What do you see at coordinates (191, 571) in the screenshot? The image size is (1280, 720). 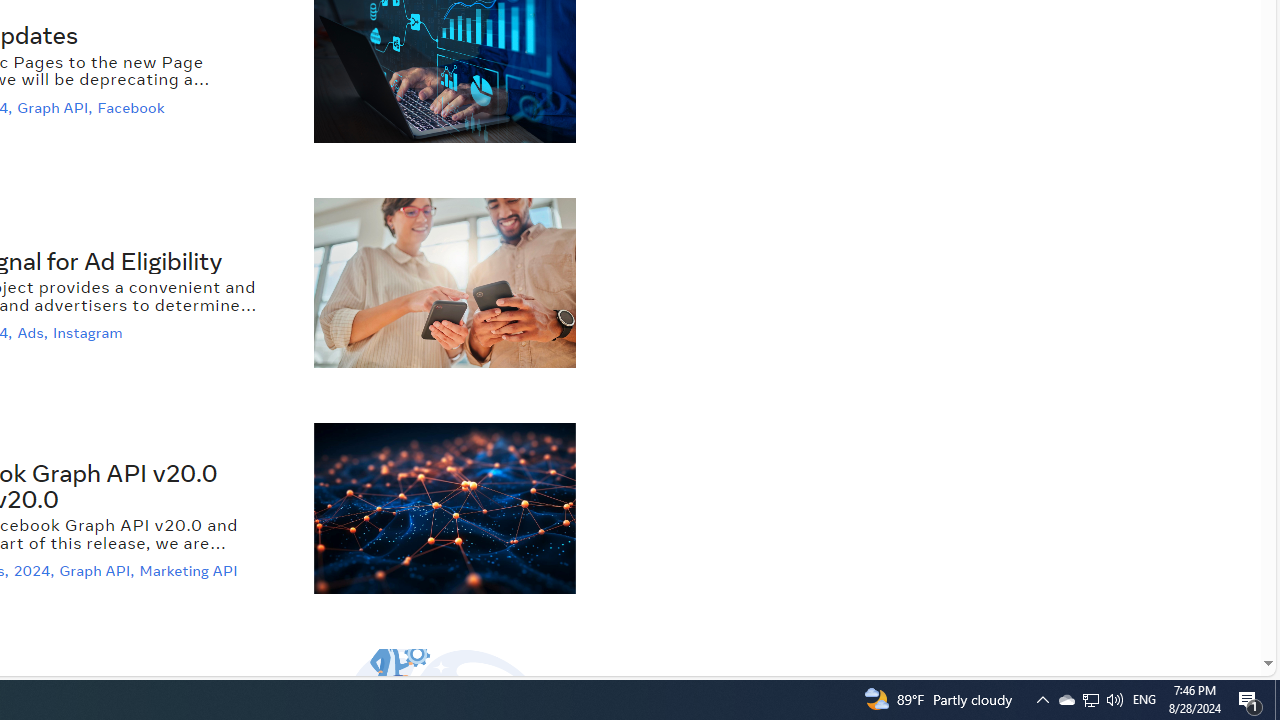 I see `'Marketing API'` at bounding box center [191, 571].